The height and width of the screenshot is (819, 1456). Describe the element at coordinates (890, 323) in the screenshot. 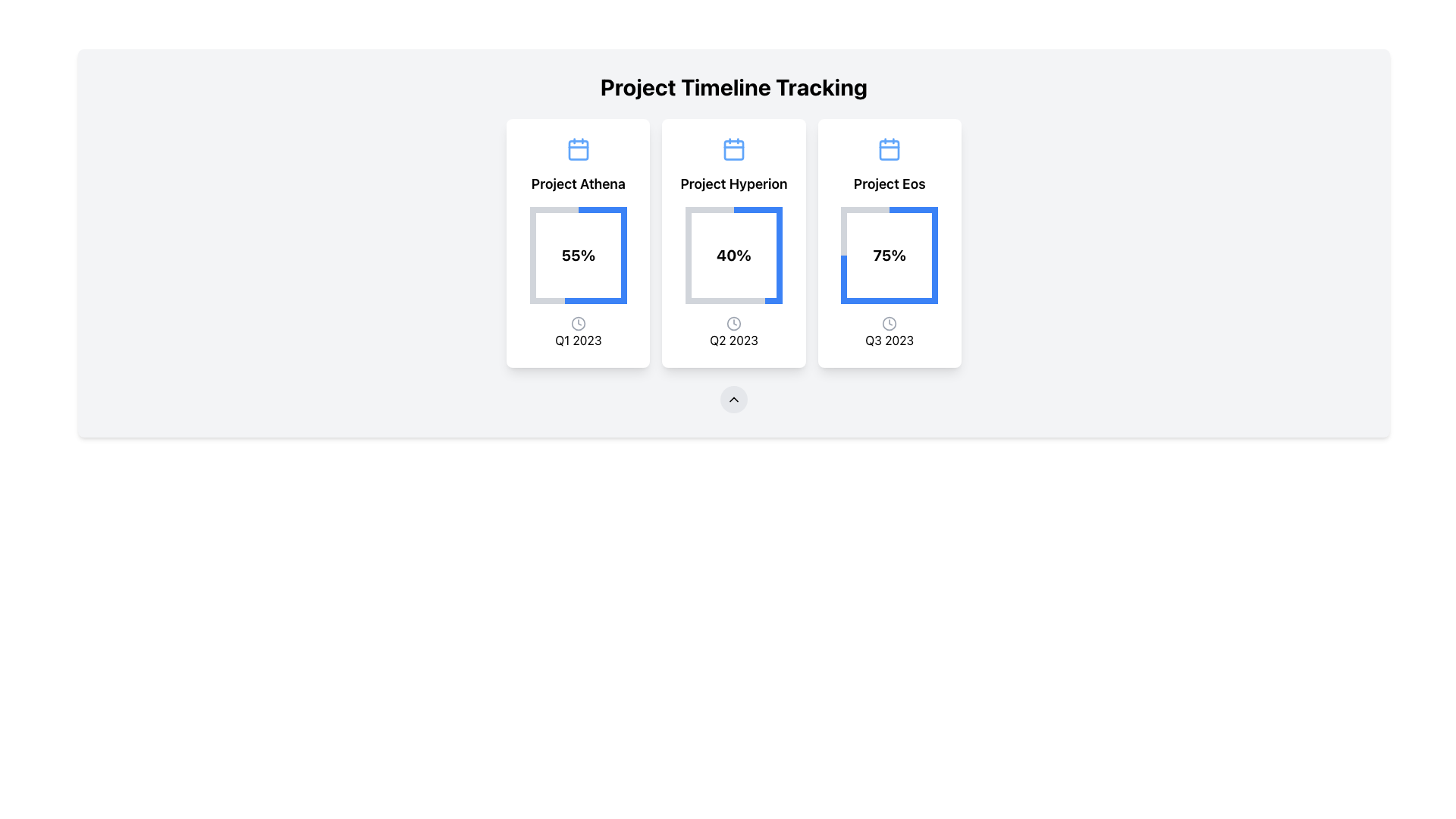

I see `the clock icon located above the 'Q3 2023' label on the 'Project Eos' card in the 'Project Timeline Tracking' interface` at that location.